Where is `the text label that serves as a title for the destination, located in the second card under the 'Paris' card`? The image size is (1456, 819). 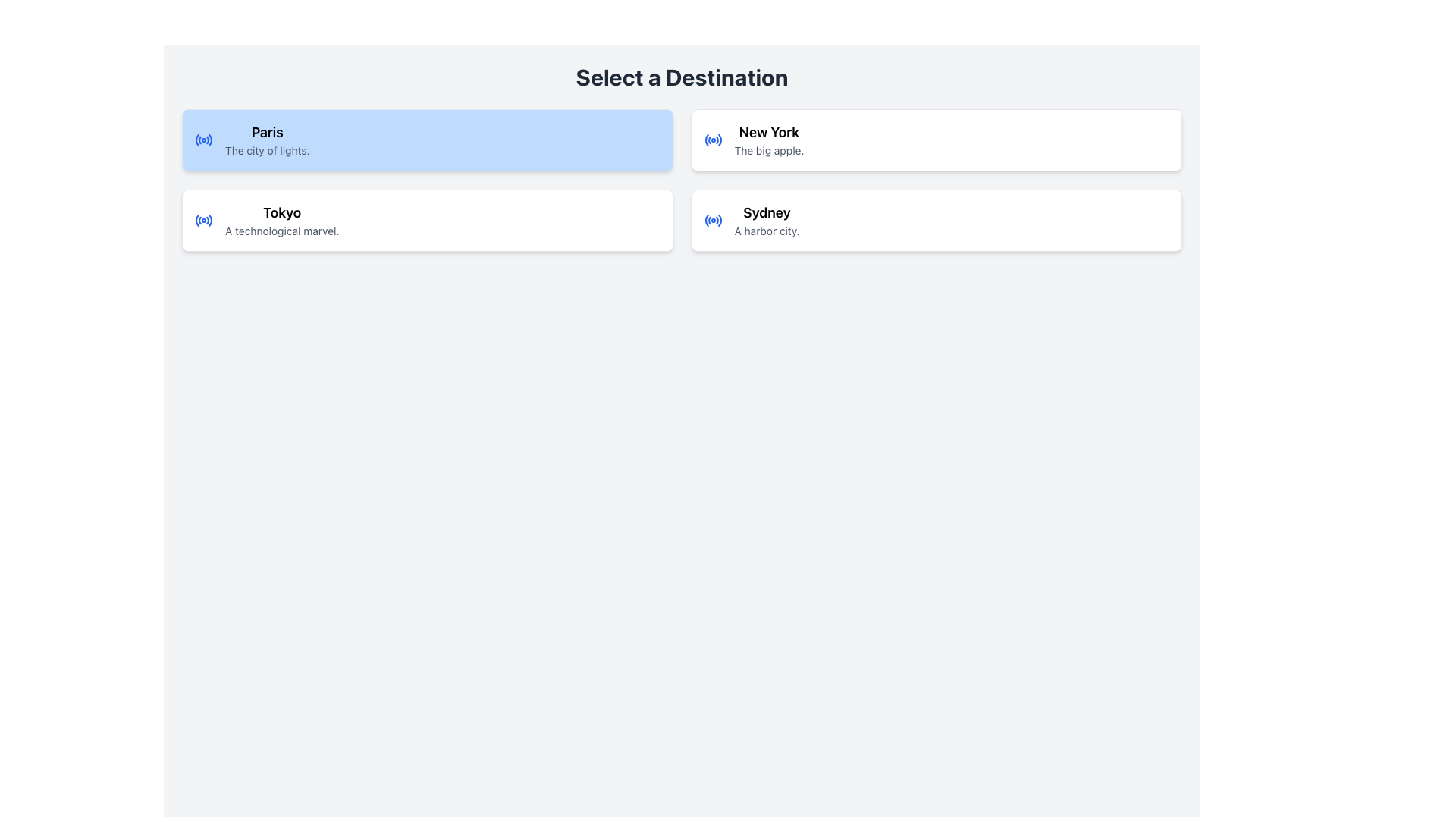
the text label that serves as a title for the destination, located in the second card under the 'Paris' card is located at coordinates (282, 213).